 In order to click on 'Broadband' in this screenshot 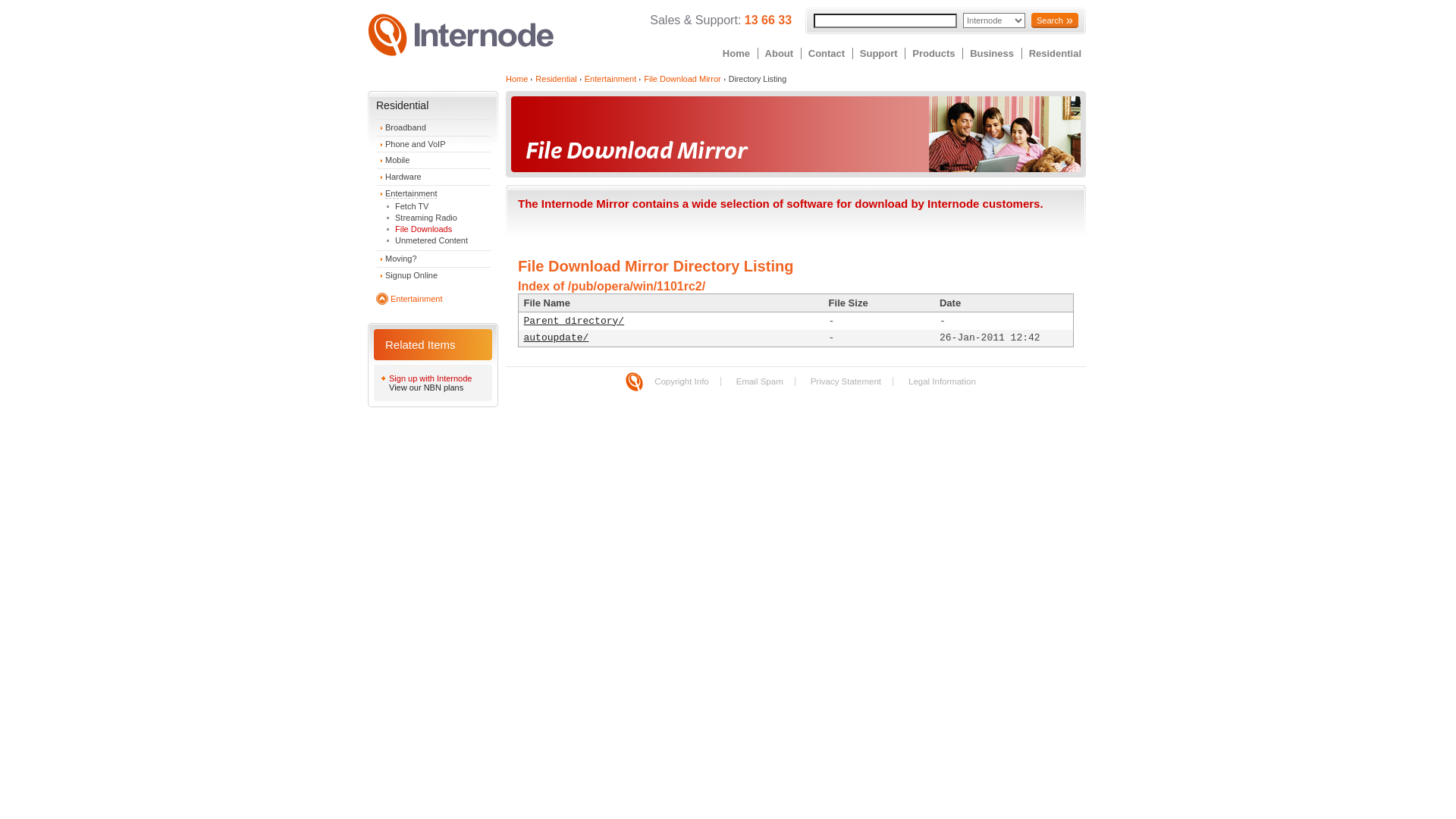, I will do `click(385, 127)`.